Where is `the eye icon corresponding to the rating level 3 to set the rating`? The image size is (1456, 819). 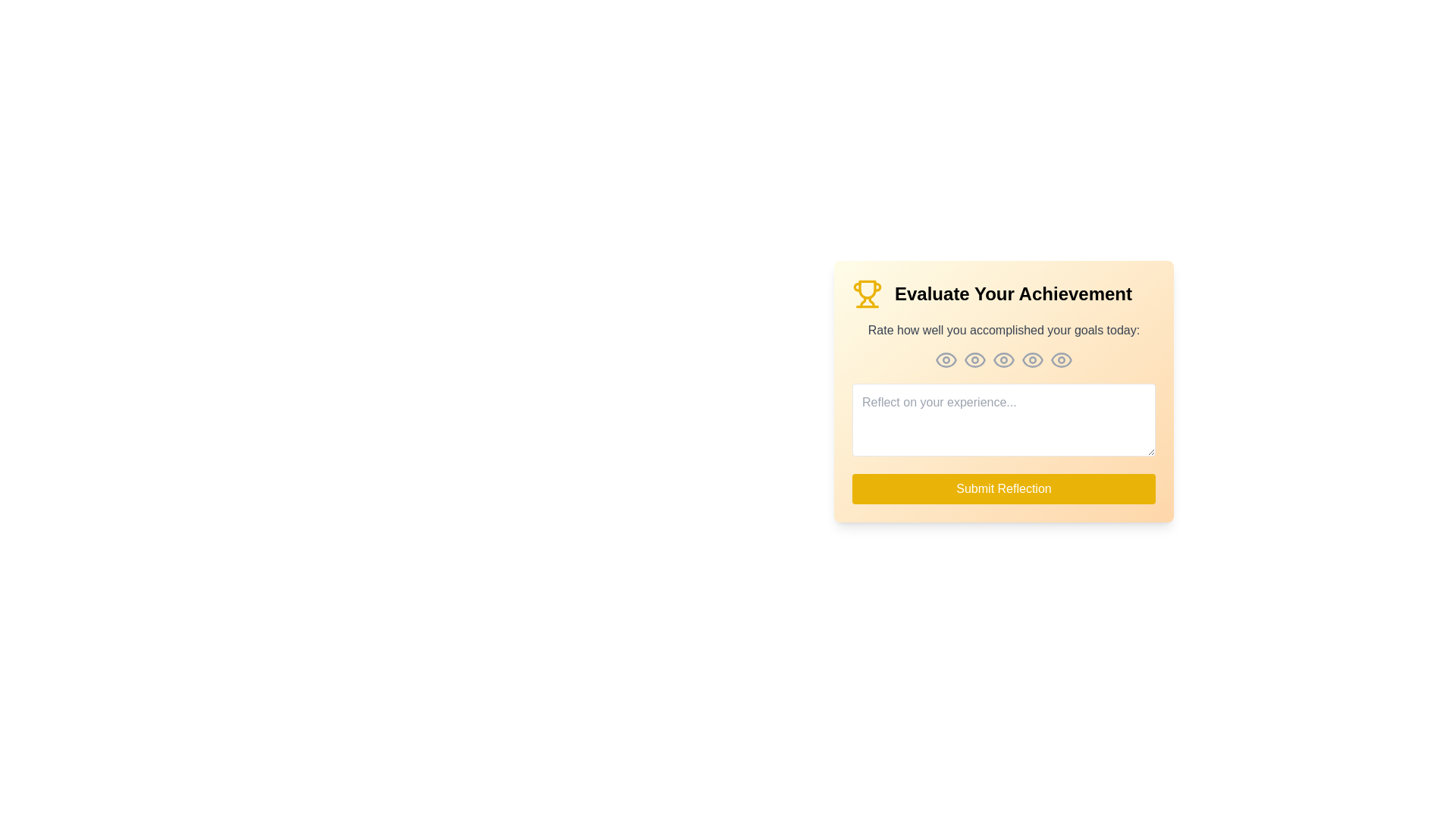
the eye icon corresponding to the rating level 3 to set the rating is located at coordinates (1004, 359).